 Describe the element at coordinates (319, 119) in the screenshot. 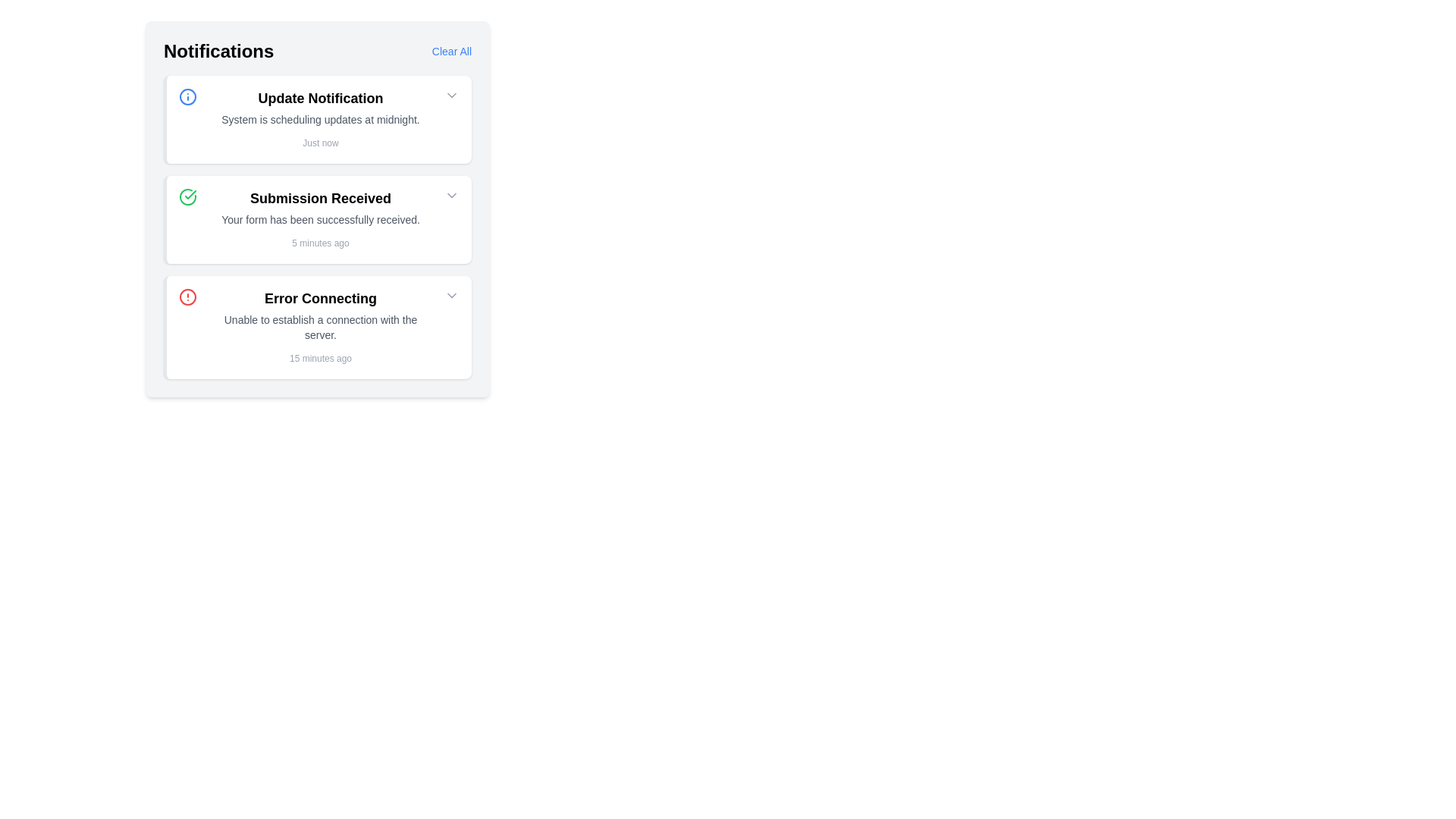

I see `the static text element displaying 'System is scheduling updates at midnight.' which is located below the title 'Update Notification' and above the timestamp 'Just now'` at that location.